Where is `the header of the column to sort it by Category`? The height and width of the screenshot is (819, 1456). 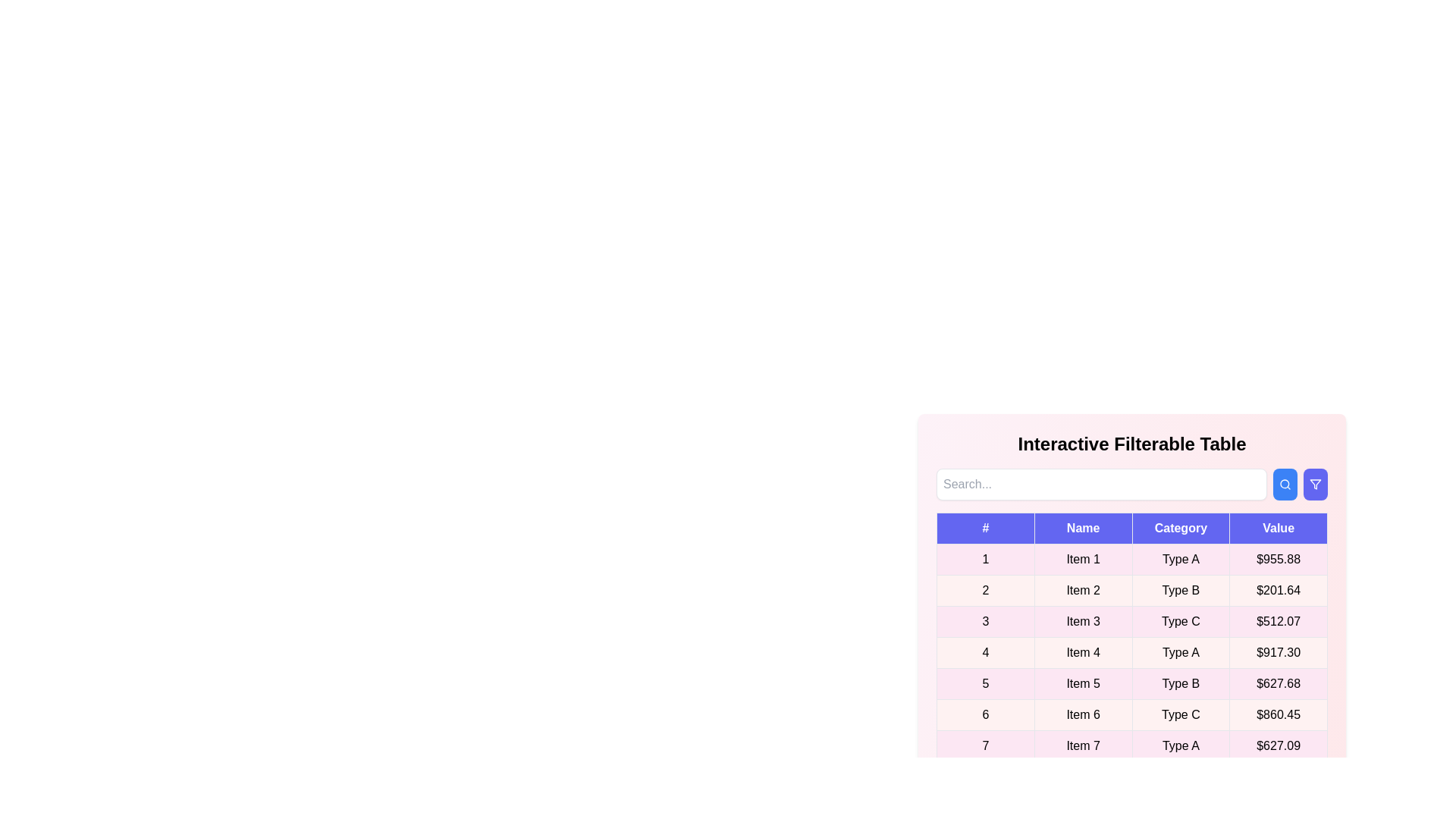
the header of the column to sort it by Category is located at coordinates (1179, 528).